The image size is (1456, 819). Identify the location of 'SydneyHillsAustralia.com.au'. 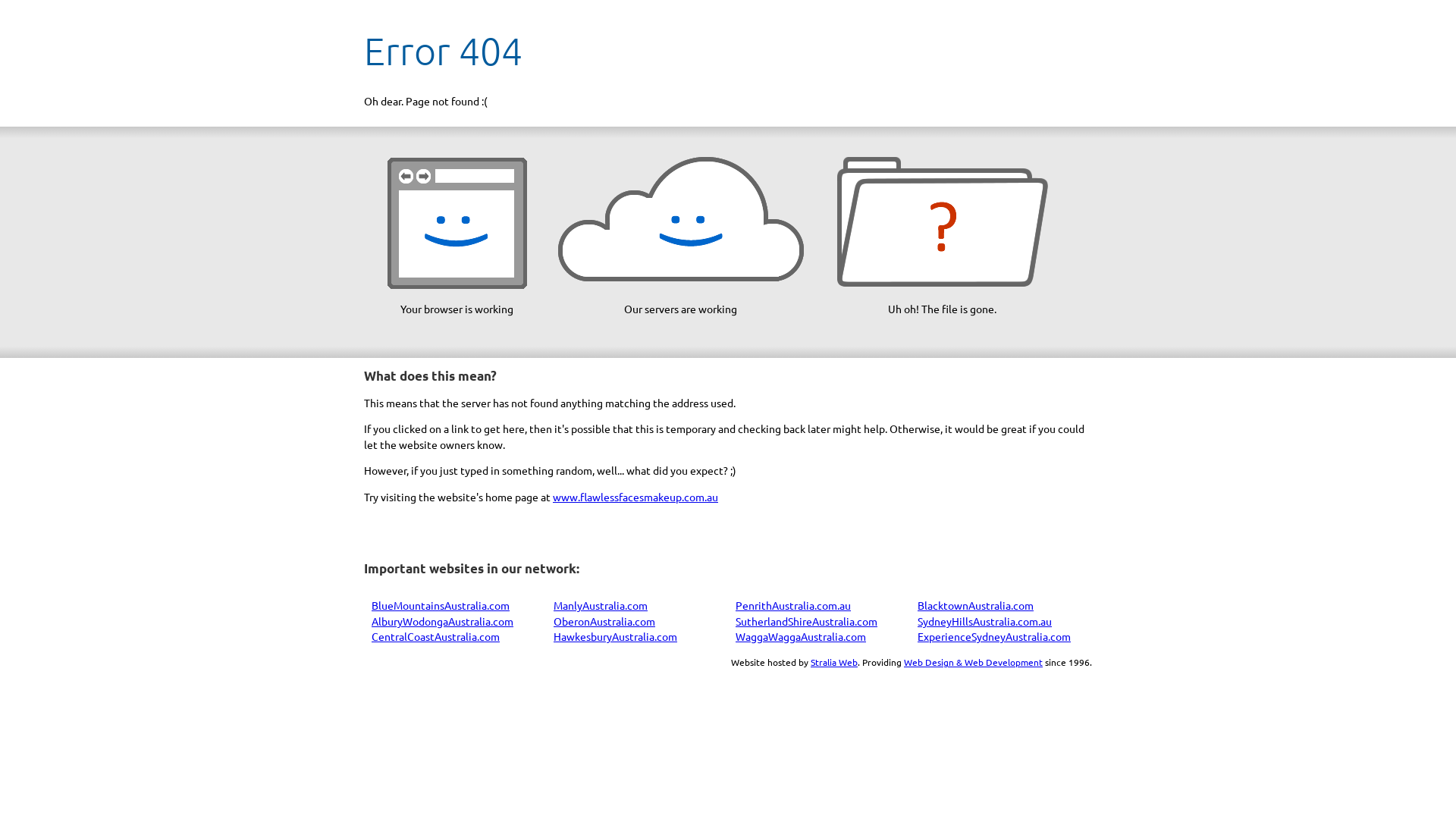
(984, 620).